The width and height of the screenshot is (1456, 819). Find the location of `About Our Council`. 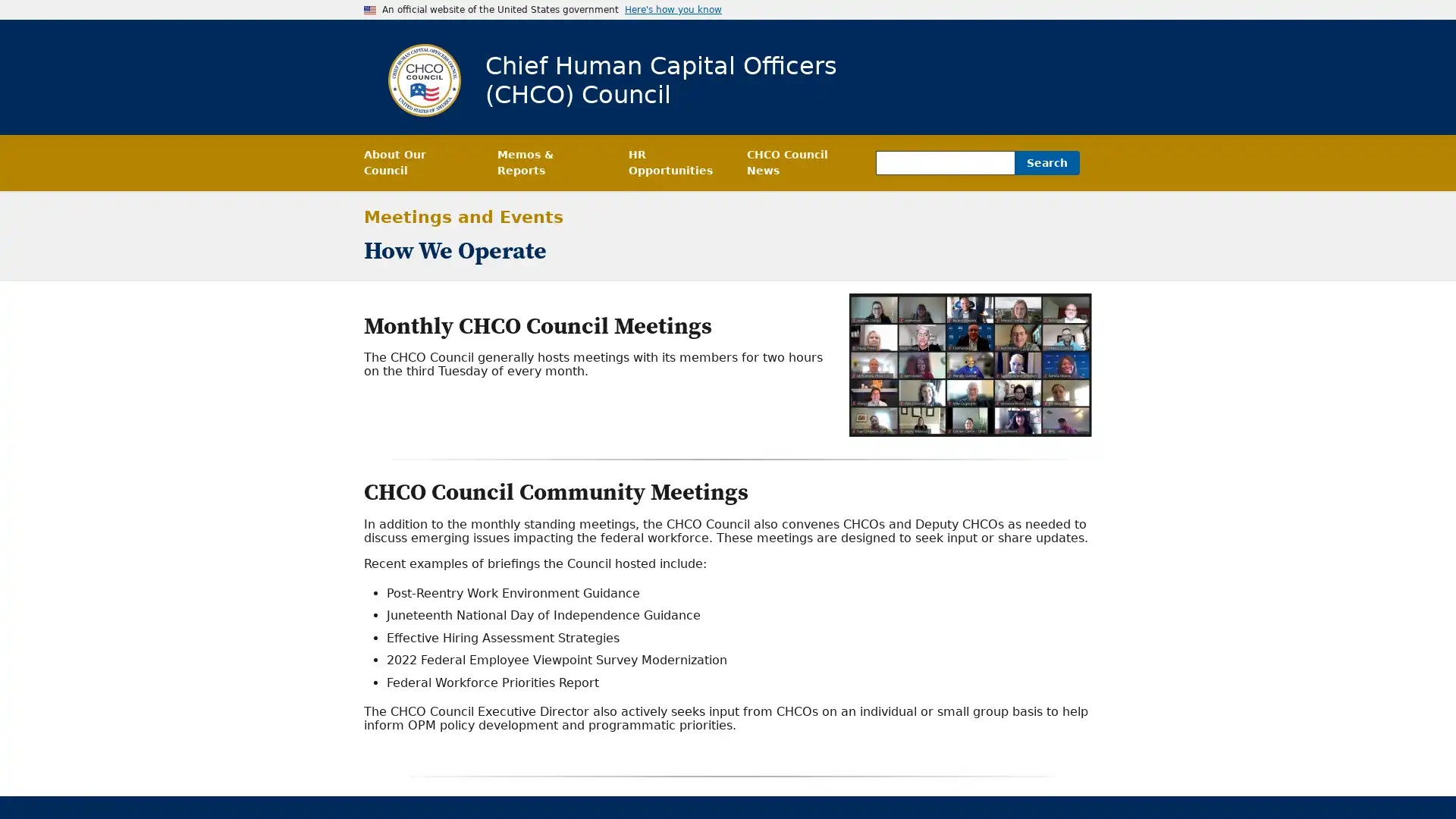

About Our Council is located at coordinates (418, 163).